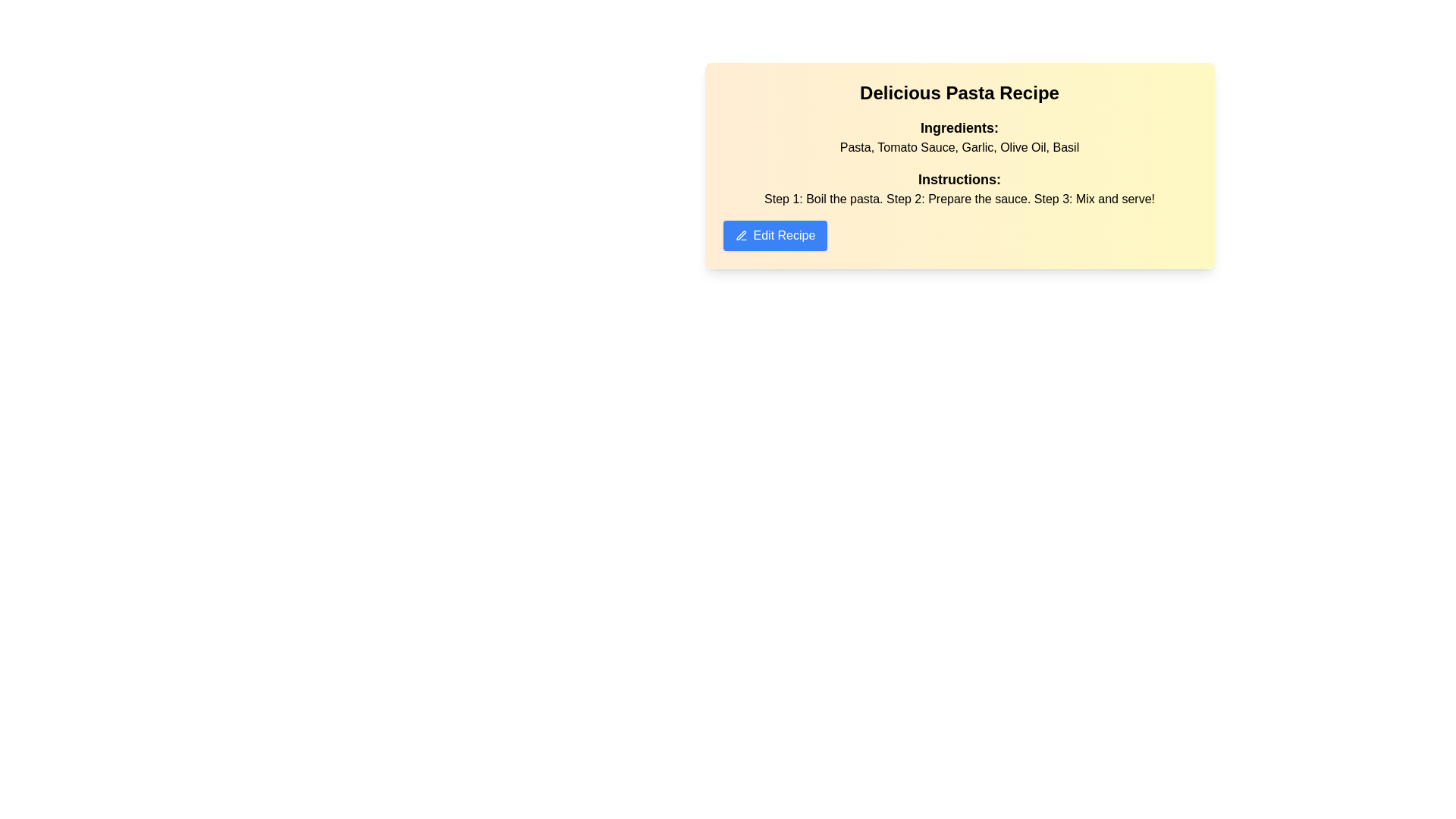 This screenshot has height=819, width=1456. What do you see at coordinates (959, 178) in the screenshot?
I see `the text heading labeled 'Instructions:' which is prominently styled in bold and larger font, located on the recipe card between the 'Ingredients:' heading and the steps text` at bounding box center [959, 178].